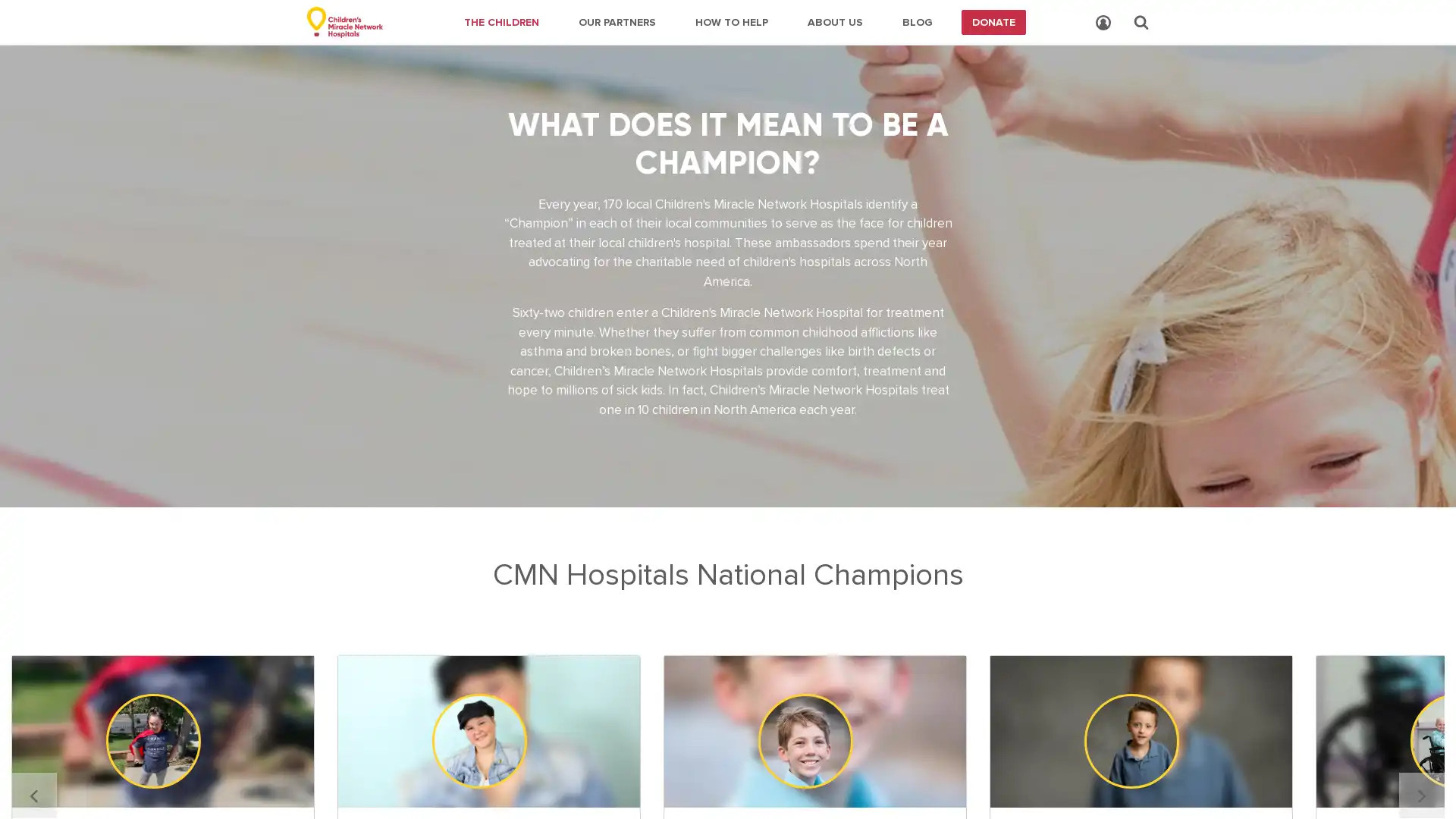 This screenshot has width=1456, height=819. What do you see at coordinates (1103, 23) in the screenshot?
I see `Account Login` at bounding box center [1103, 23].